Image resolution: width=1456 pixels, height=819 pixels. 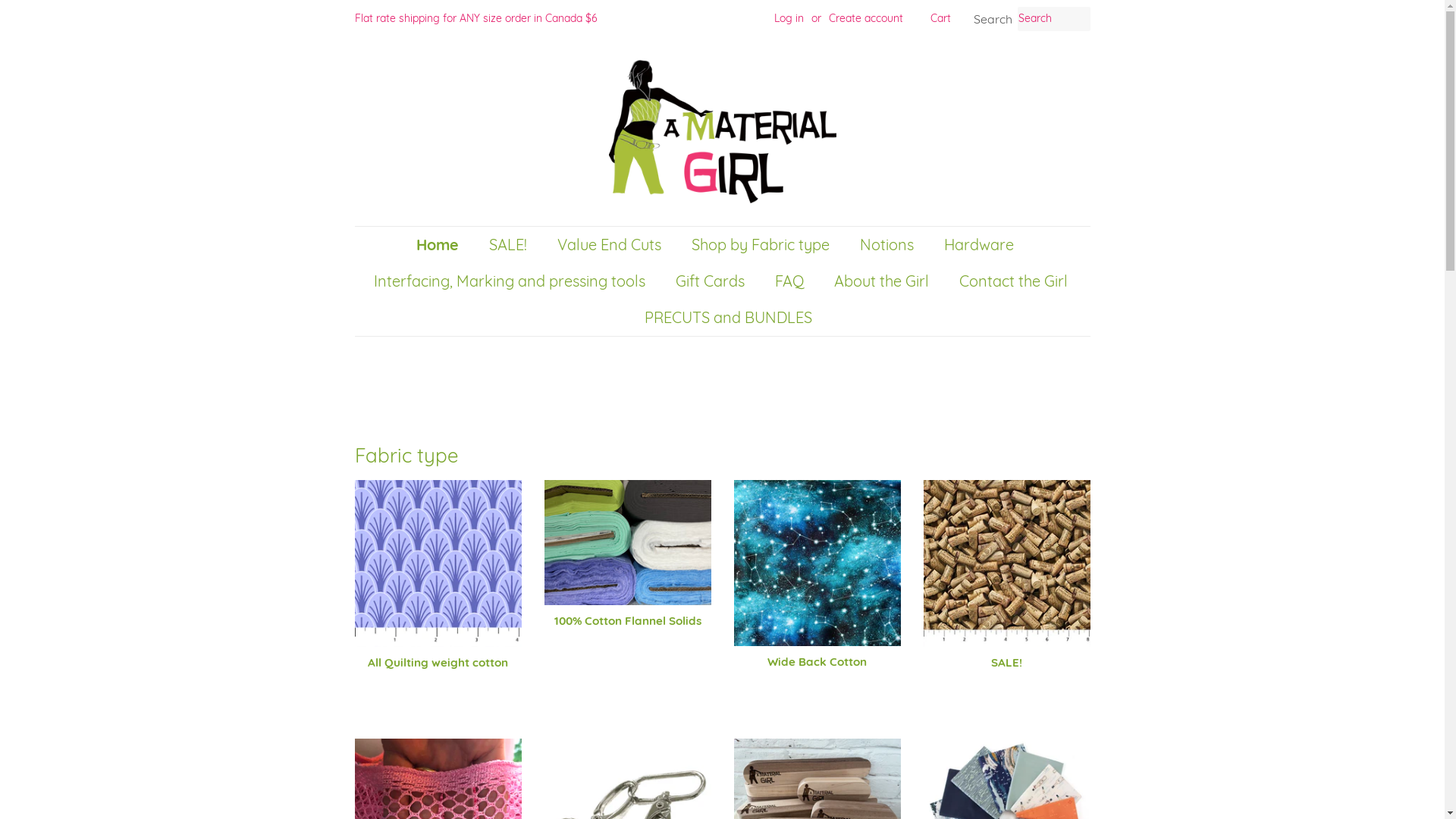 What do you see at coordinates (882, 281) in the screenshot?
I see `'About the Girl'` at bounding box center [882, 281].